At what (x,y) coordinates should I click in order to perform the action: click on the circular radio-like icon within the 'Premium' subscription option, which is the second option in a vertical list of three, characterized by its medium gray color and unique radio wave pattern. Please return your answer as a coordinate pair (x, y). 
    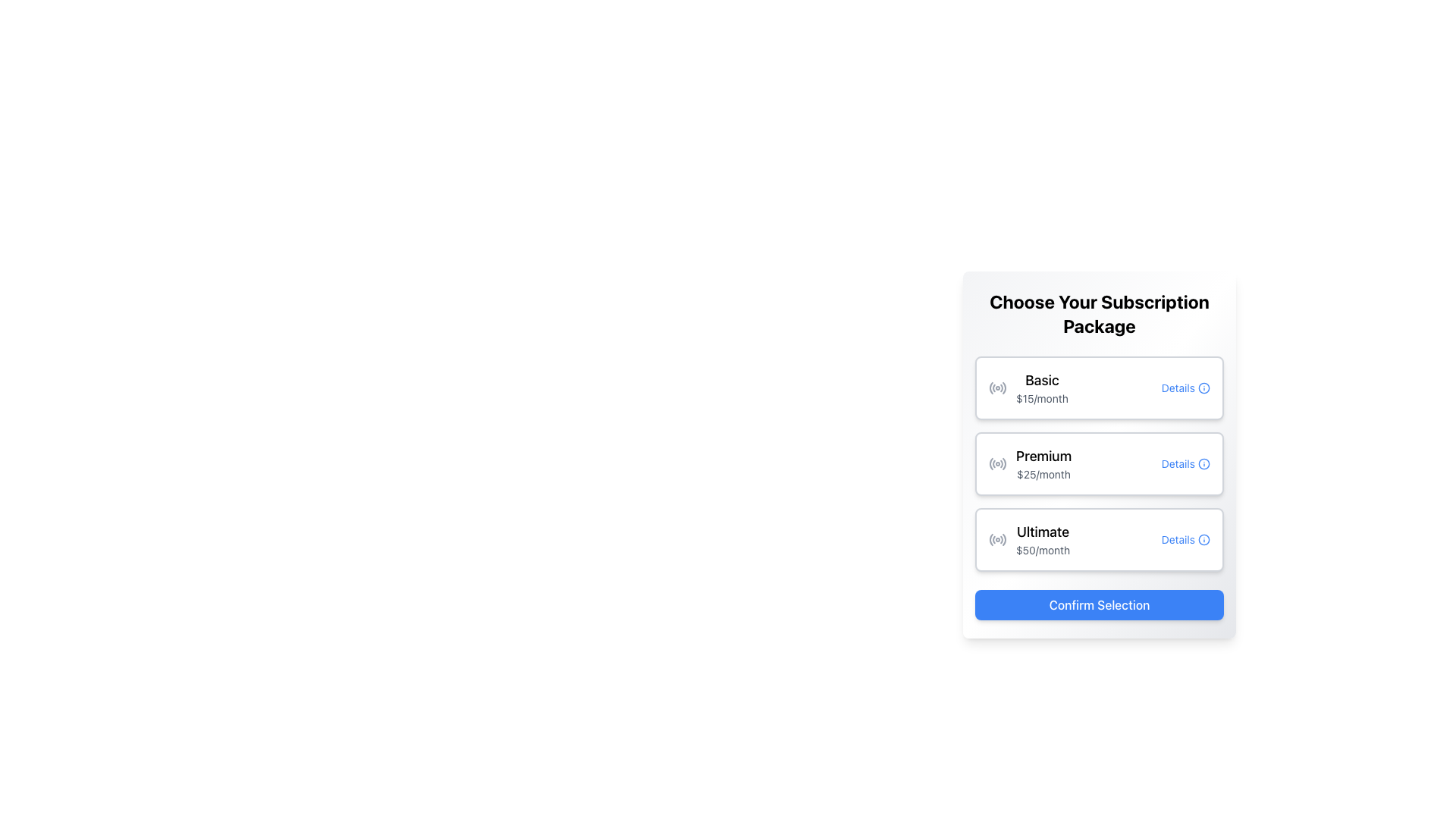
    Looking at the image, I should click on (997, 463).